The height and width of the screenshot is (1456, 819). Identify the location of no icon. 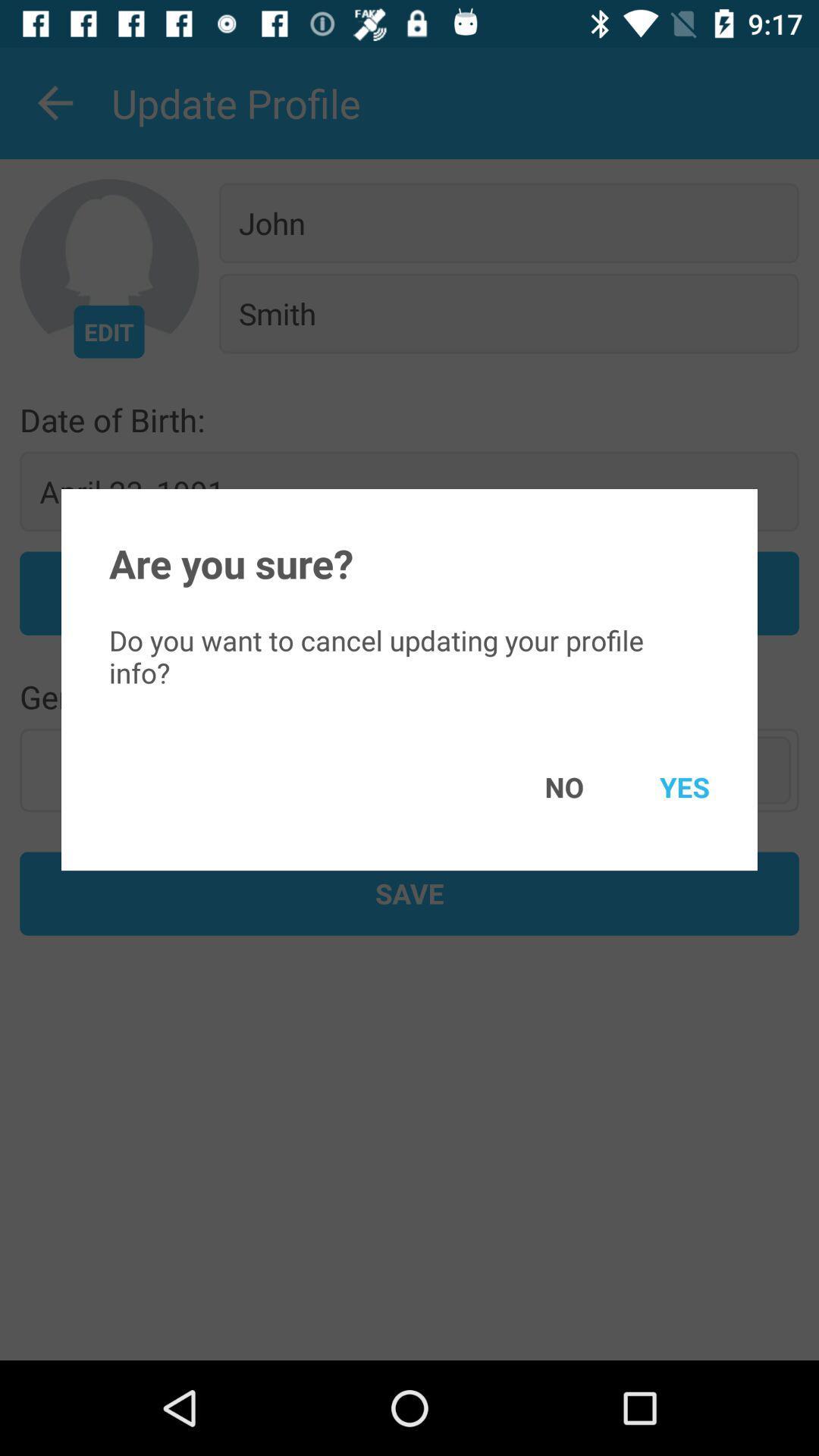
(541, 786).